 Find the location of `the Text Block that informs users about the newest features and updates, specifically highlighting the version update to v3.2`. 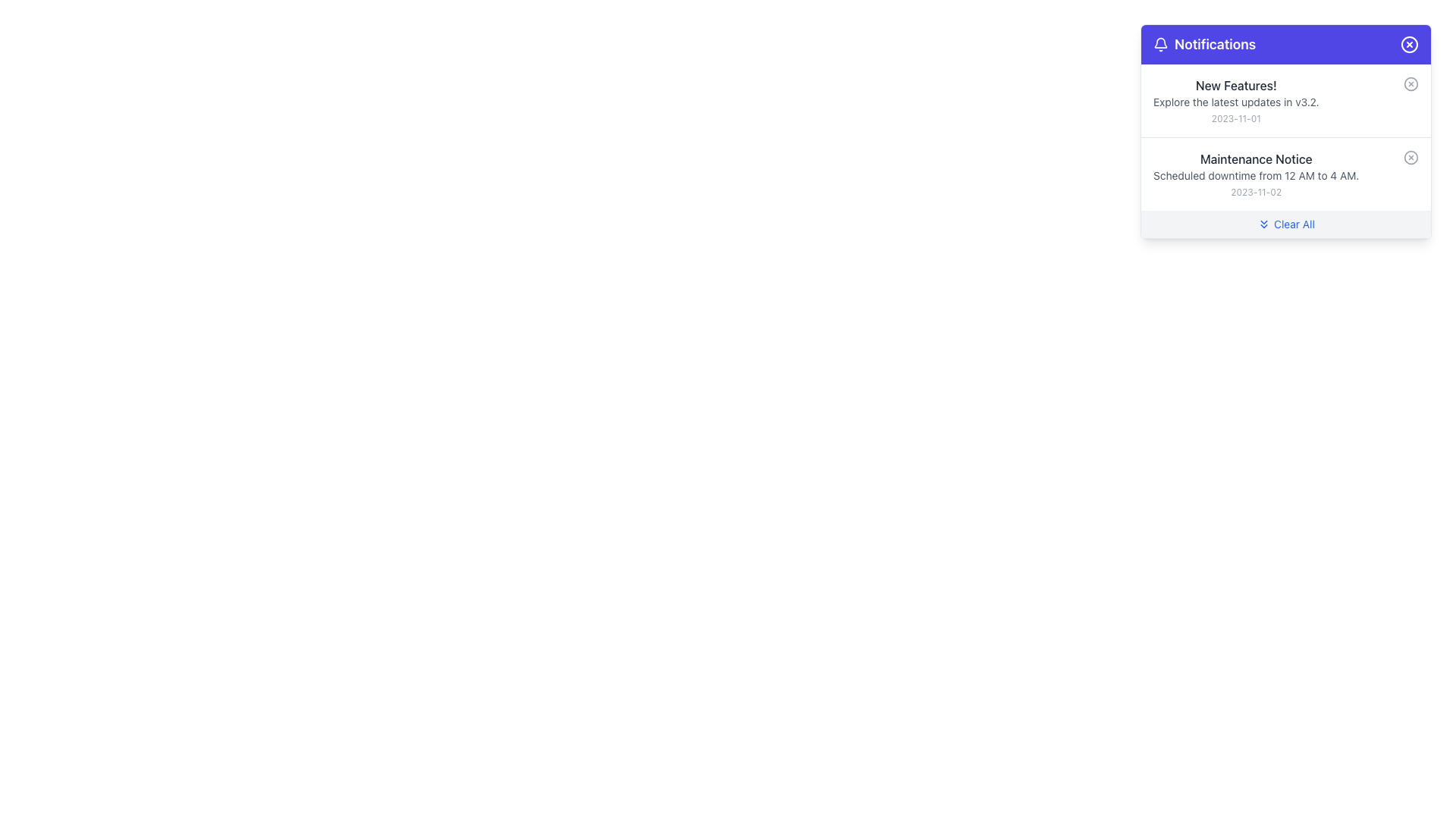

the Text Block that informs users about the newest features and updates, specifically highlighting the version update to v3.2 is located at coordinates (1236, 100).